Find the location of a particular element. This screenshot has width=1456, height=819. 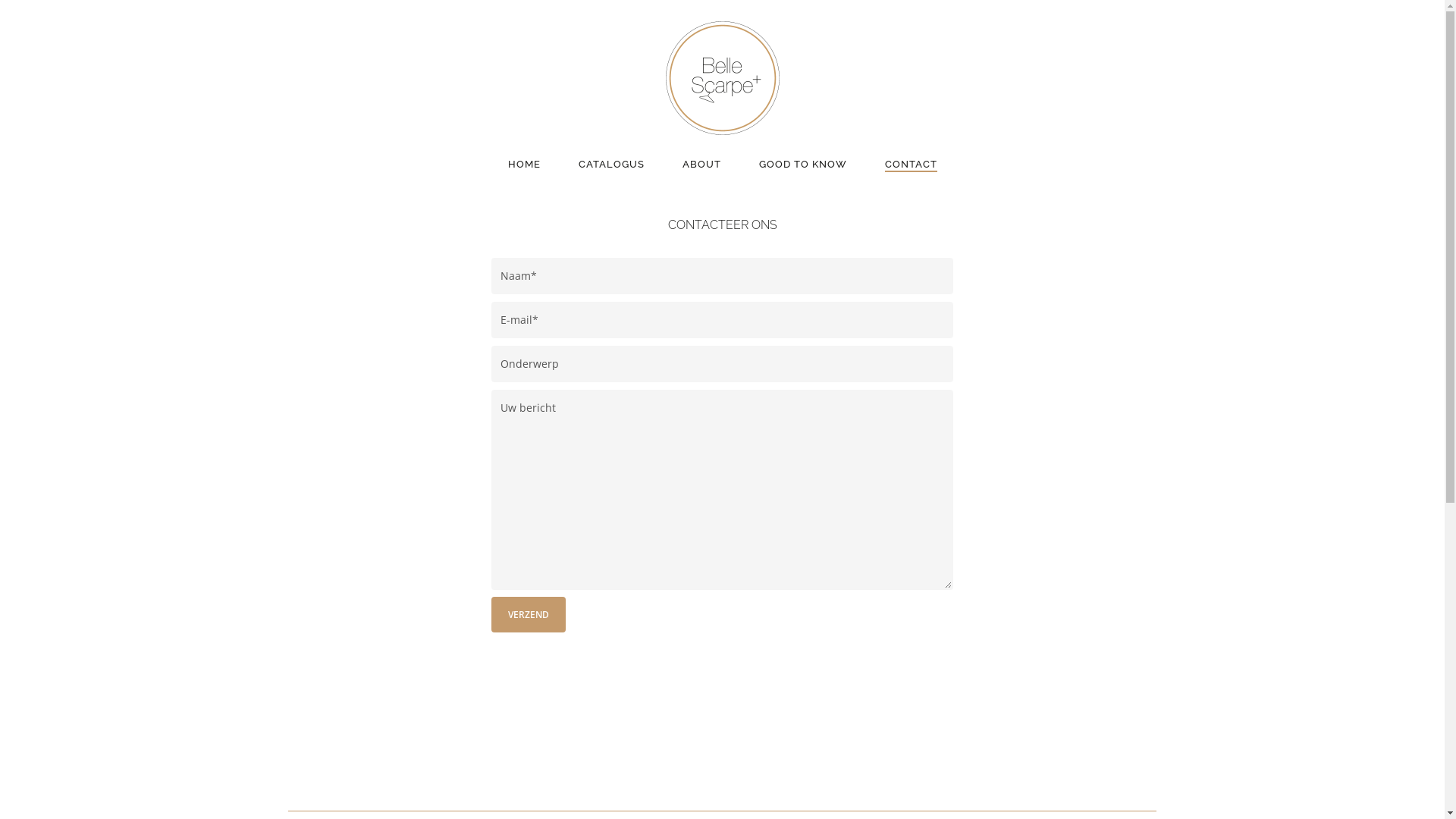

'CATALOGUS' is located at coordinates (610, 164).